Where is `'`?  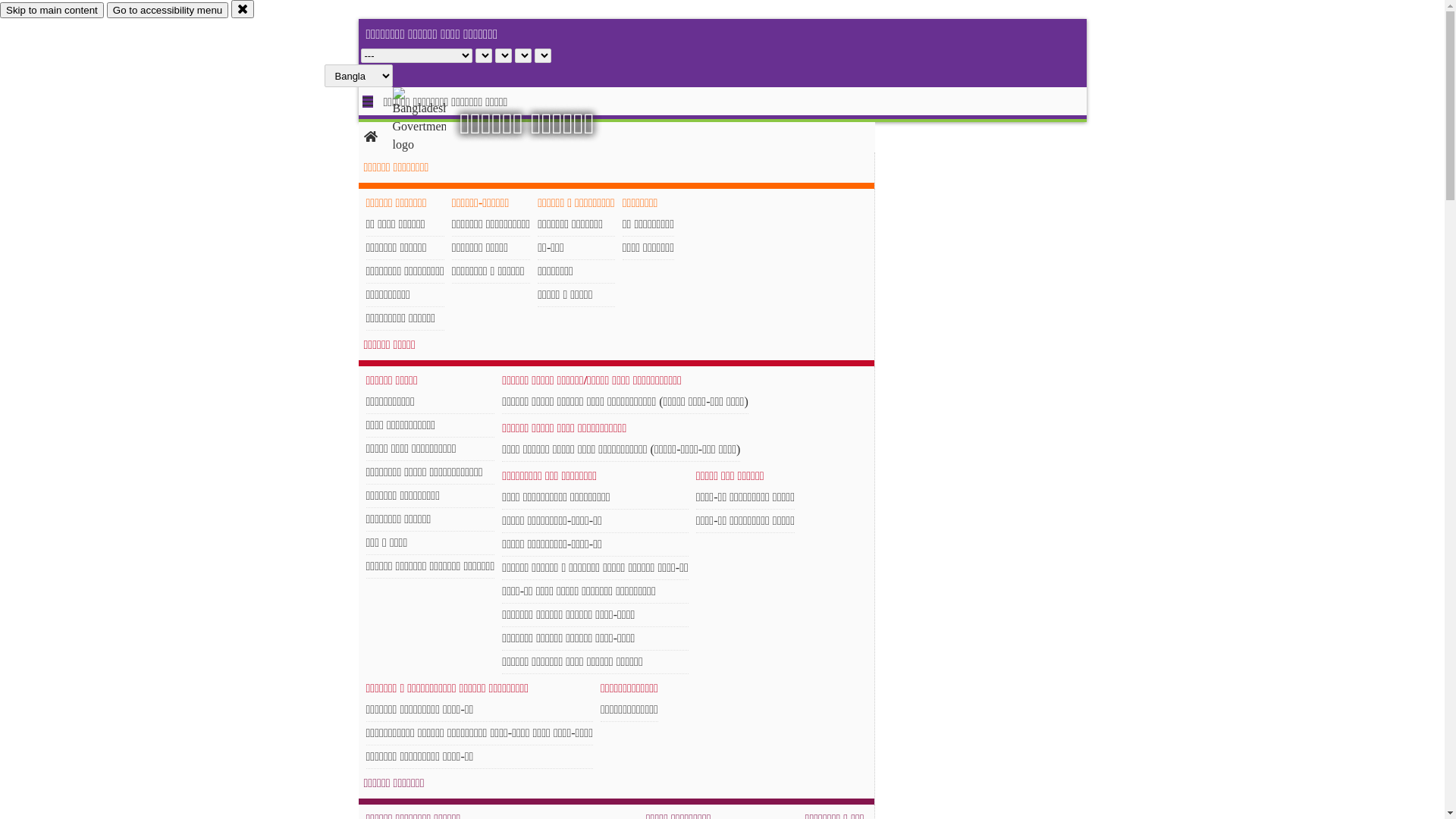 ' is located at coordinates (431, 119).